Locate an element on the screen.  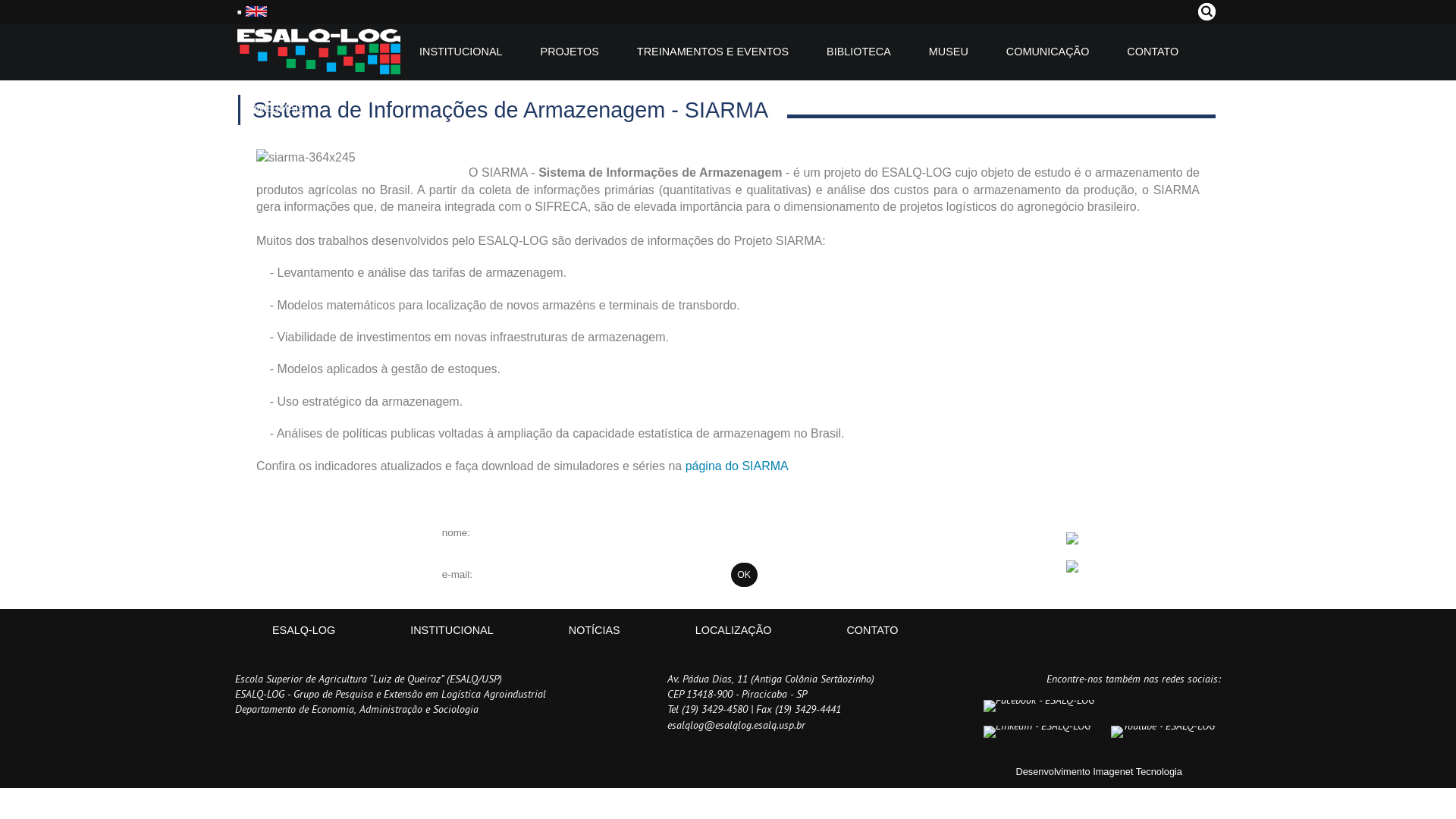
'App Store' is located at coordinates (1065, 541).